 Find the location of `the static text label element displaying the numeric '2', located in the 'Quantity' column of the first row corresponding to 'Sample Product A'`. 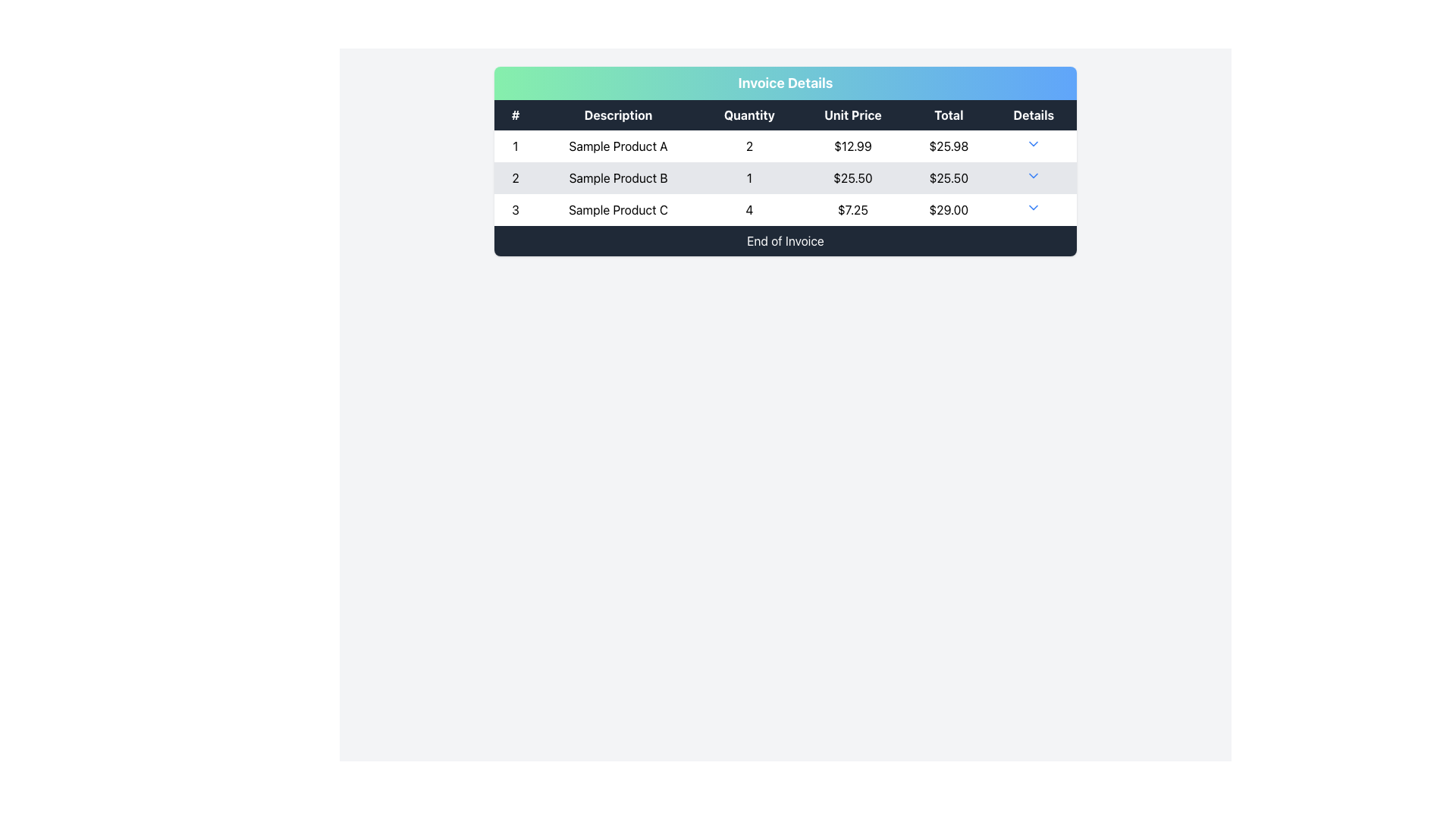

the static text label element displaying the numeric '2', located in the 'Quantity' column of the first row corresponding to 'Sample Product A' is located at coordinates (749, 146).